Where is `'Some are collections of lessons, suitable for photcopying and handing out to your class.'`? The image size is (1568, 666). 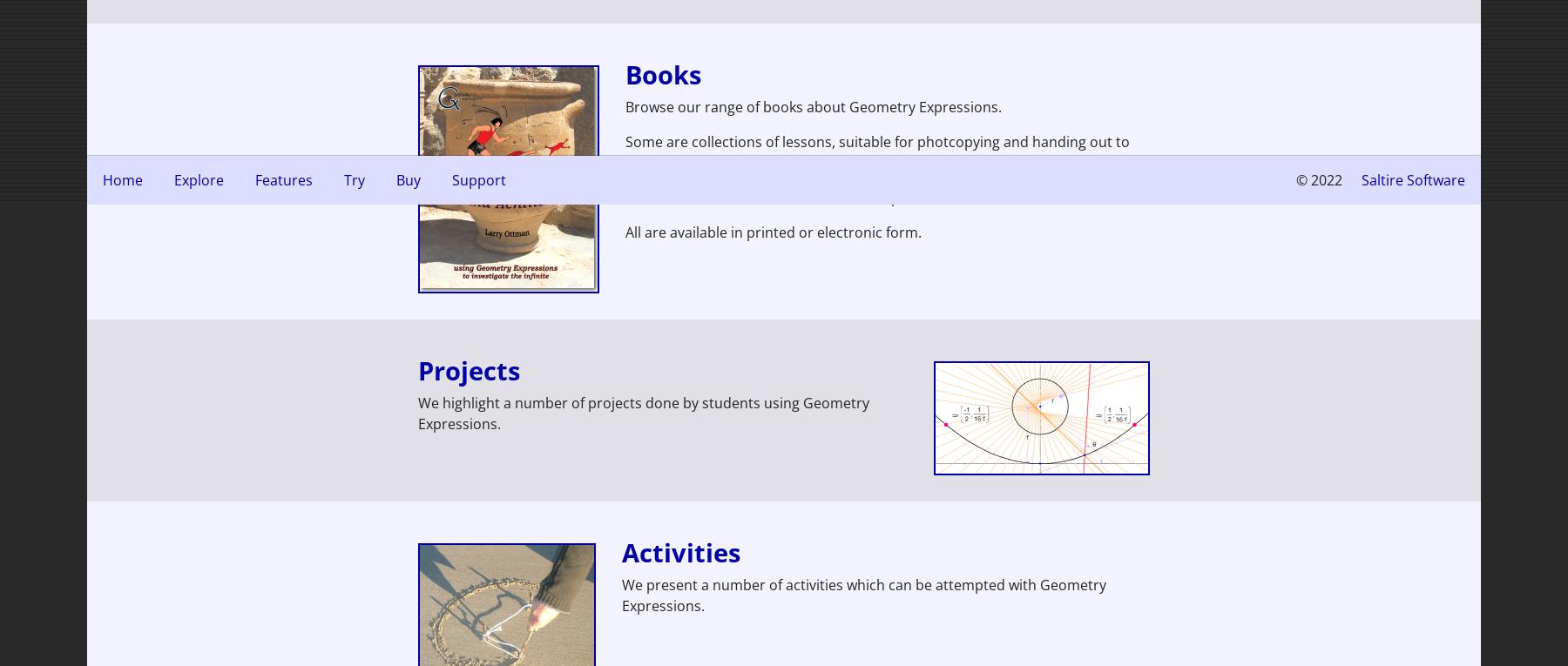
'Some are collections of lessons, suitable for photcopying and handing out to your class.' is located at coordinates (876, 151).